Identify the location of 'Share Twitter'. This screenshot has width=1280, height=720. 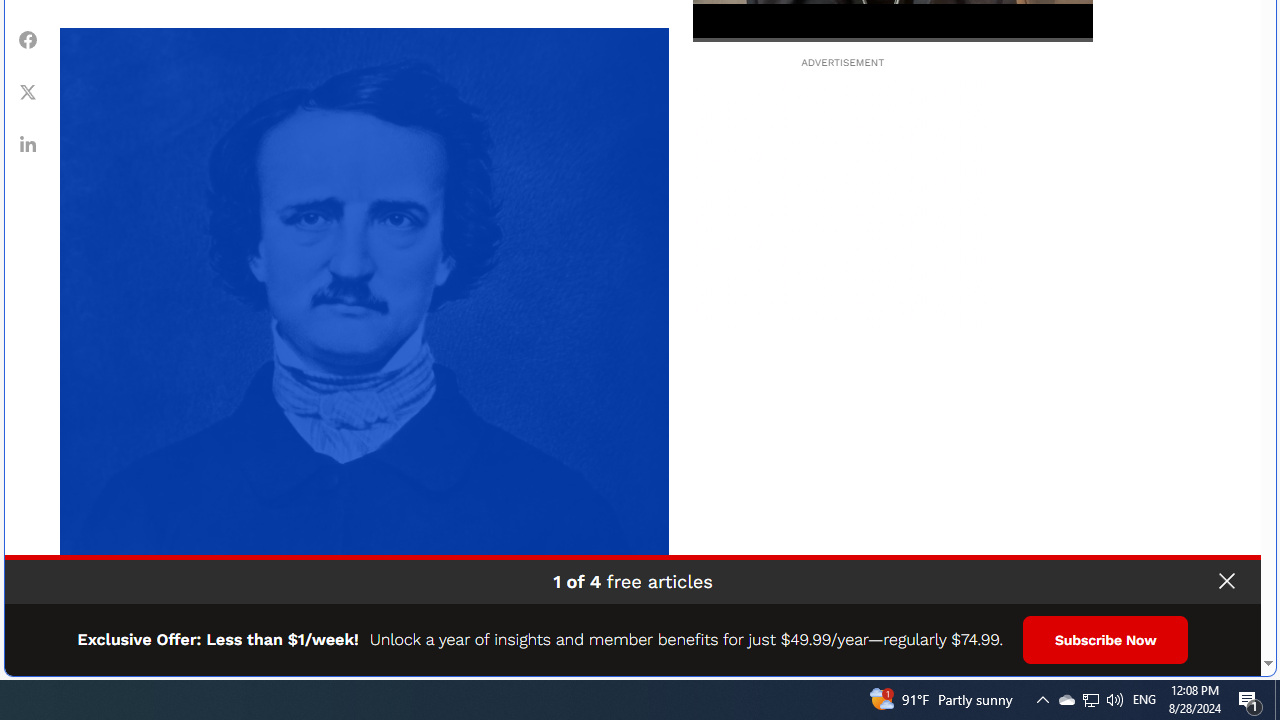
(28, 91).